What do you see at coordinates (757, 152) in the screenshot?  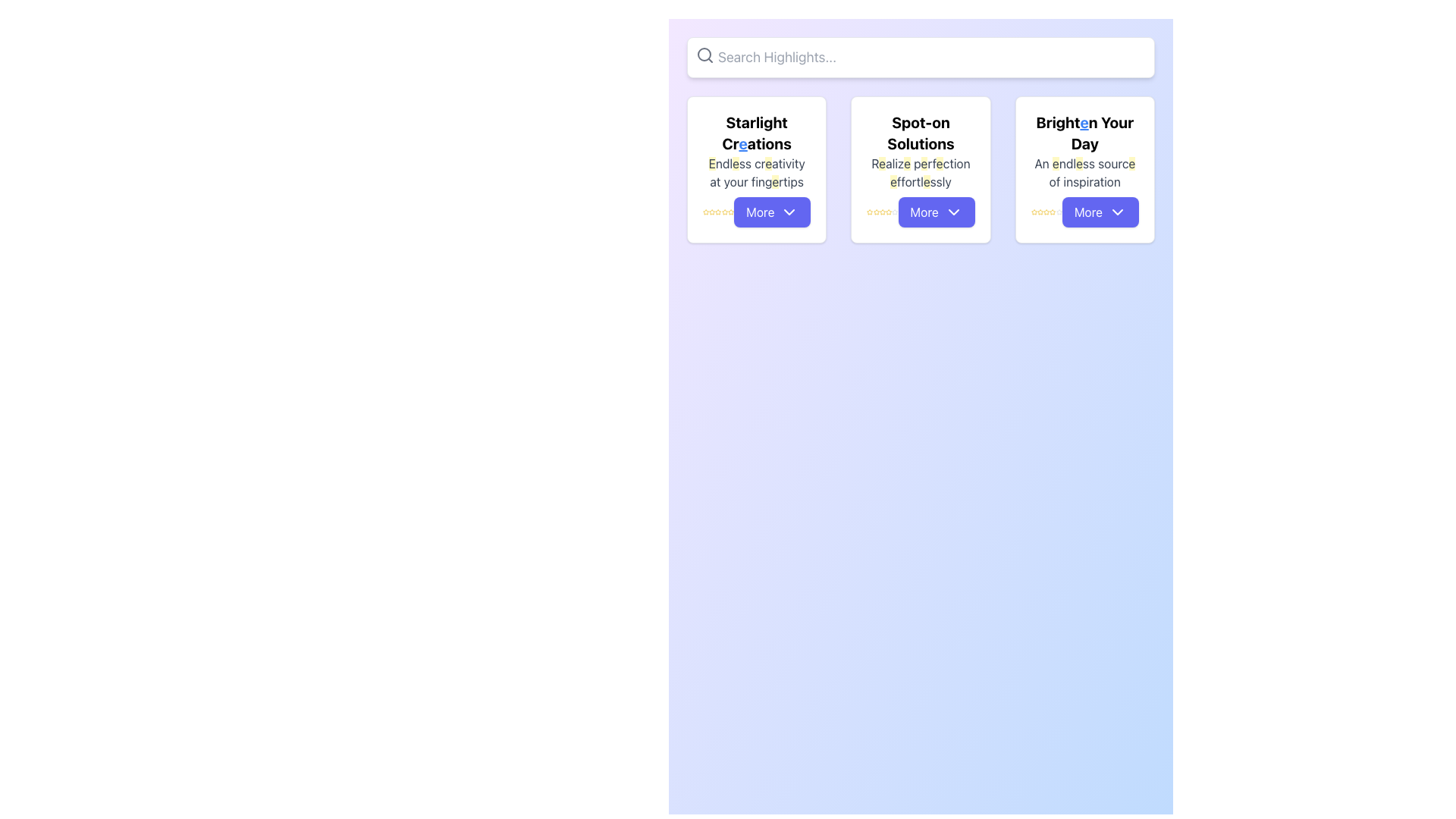 I see `textual content displayed in the text area featuring 'Starlight Creations' and 'Endless creativity at your fingertips' with highlighted words` at bounding box center [757, 152].